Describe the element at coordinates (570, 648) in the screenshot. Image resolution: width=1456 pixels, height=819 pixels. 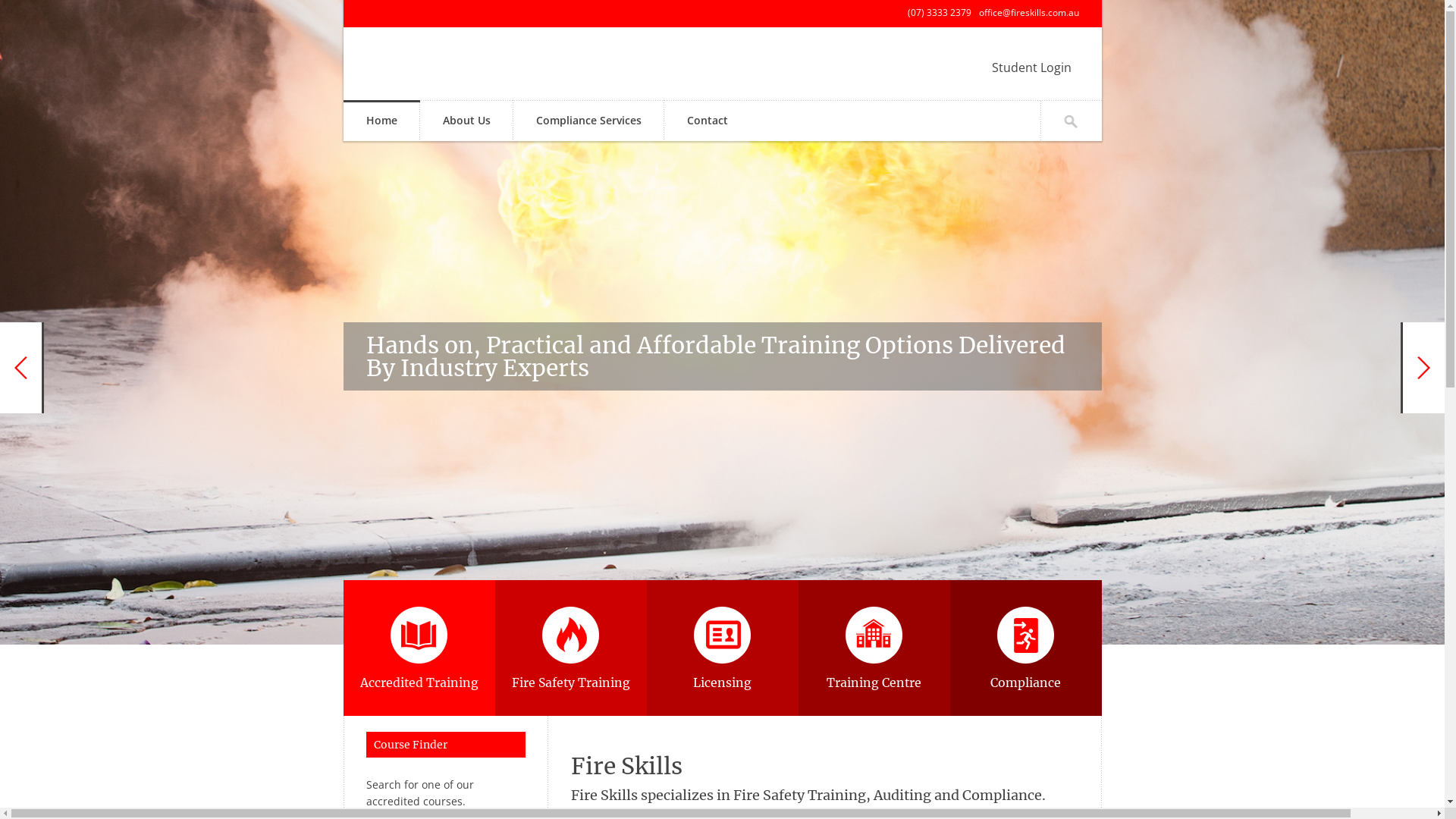
I see `'Fire Safety Training'` at that location.